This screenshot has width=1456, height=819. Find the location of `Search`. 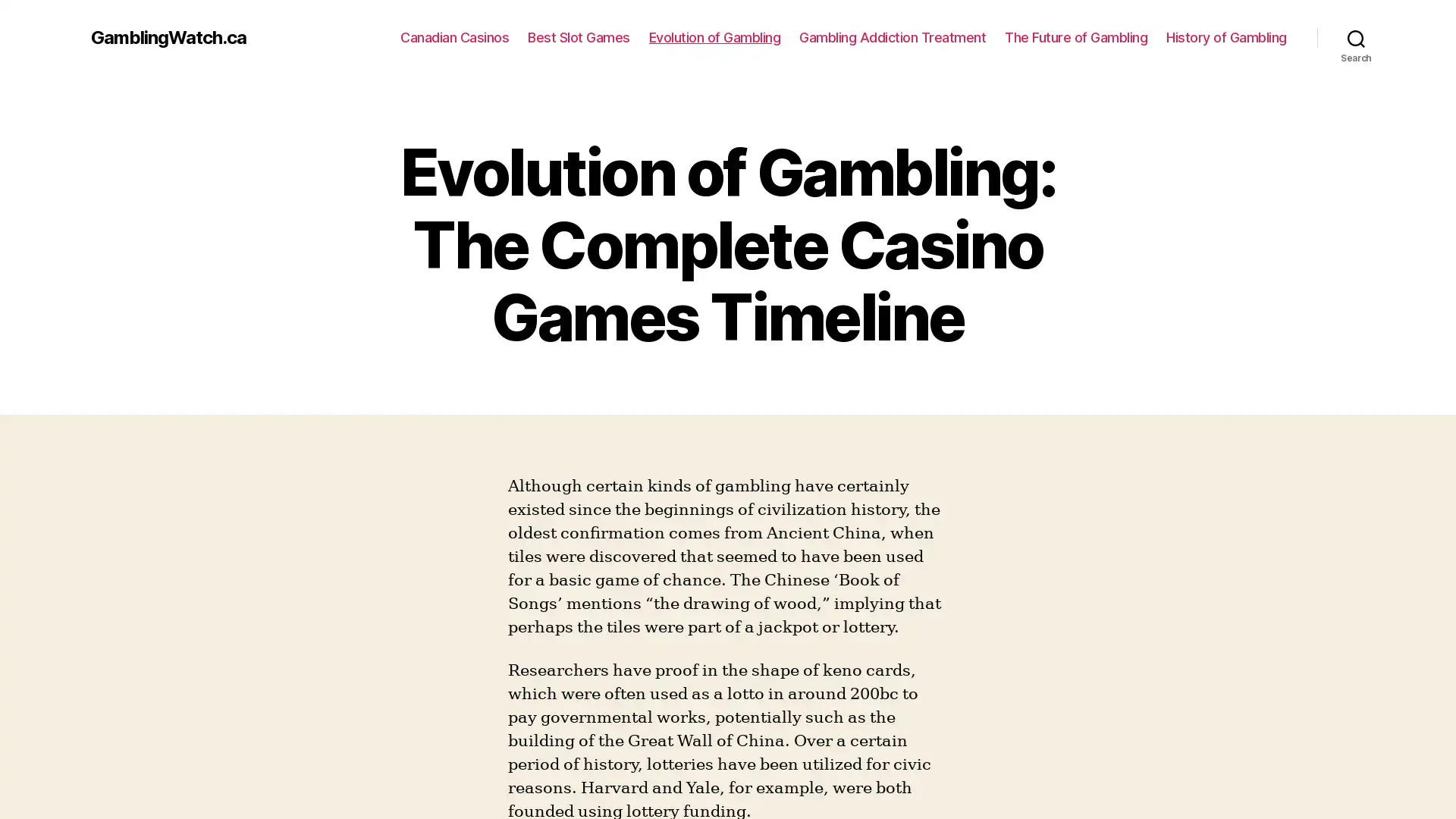

Search is located at coordinates (1356, 37).